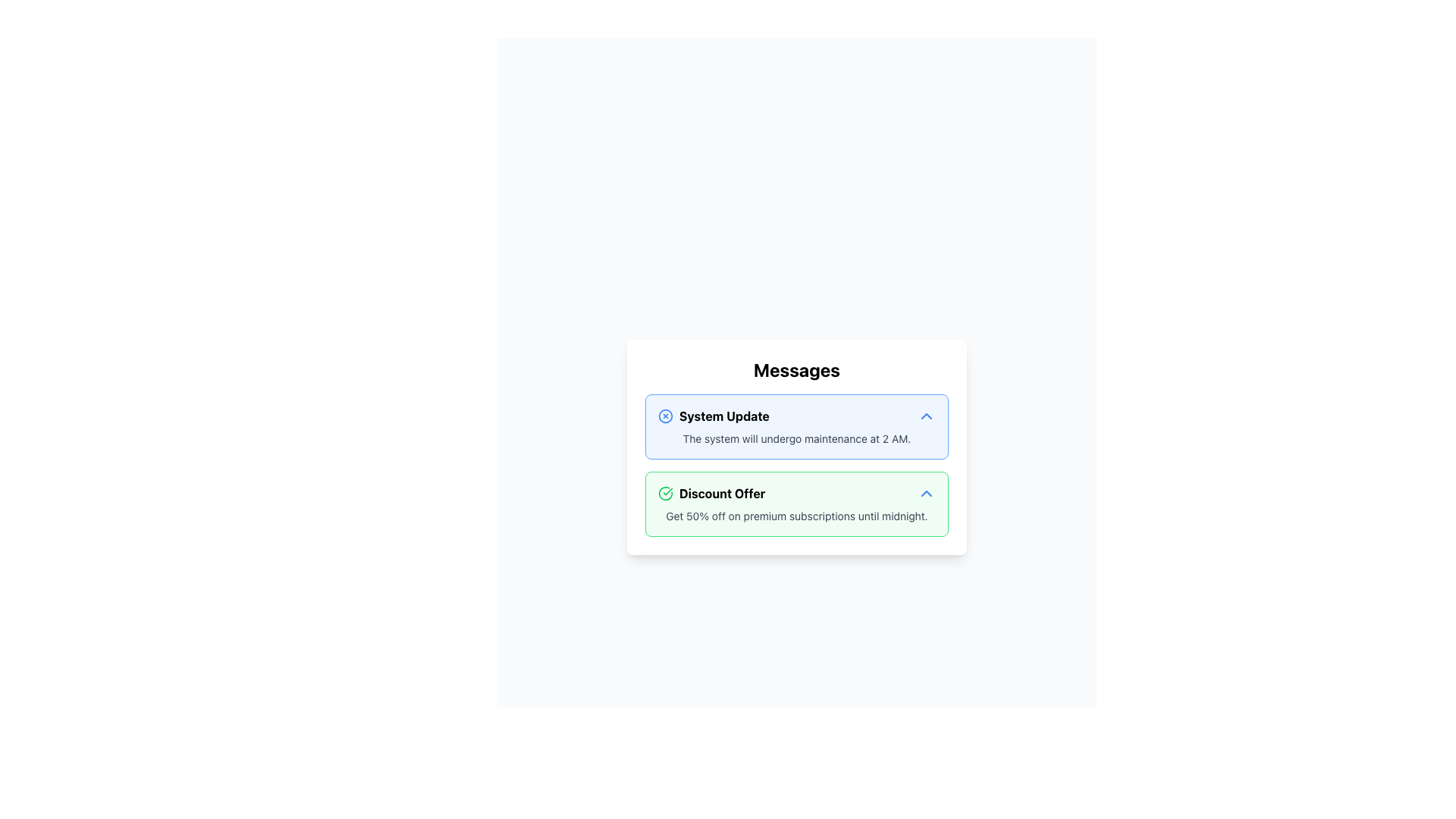  What do you see at coordinates (721, 494) in the screenshot?
I see `the Text label that serves as a title for an offer-related message, located beside a checkmark icon within a green rectangular box in the lower section of the 'Messages' list` at bounding box center [721, 494].